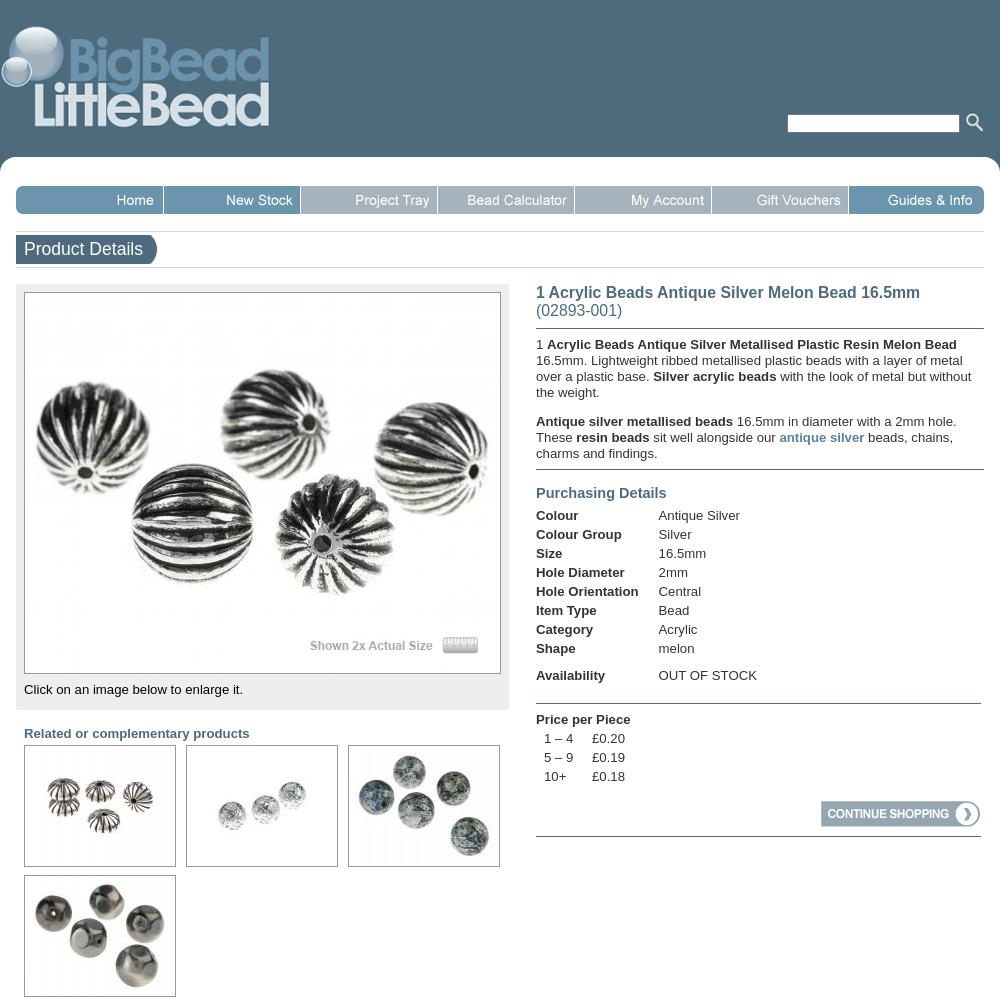 Image resolution: width=1000 pixels, height=1000 pixels. Describe the element at coordinates (24, 732) in the screenshot. I see `'Related or complementary products'` at that location.